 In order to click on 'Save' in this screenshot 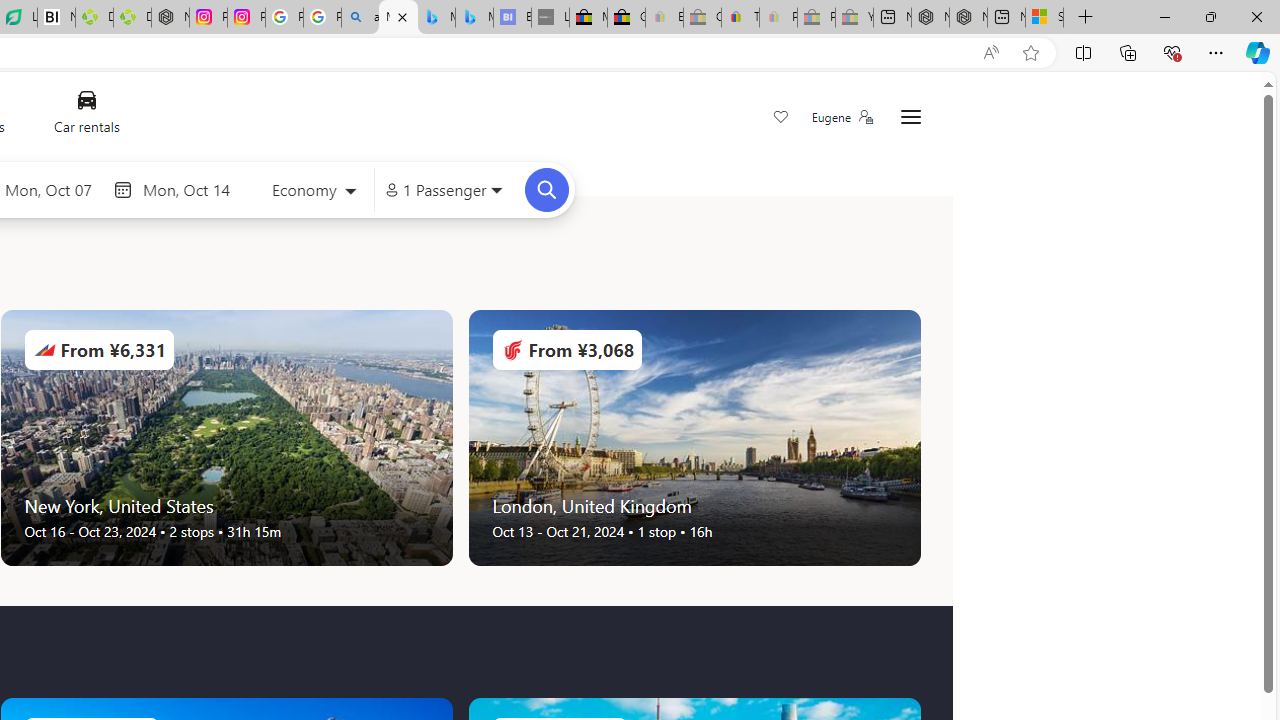, I will do `click(779, 118)`.